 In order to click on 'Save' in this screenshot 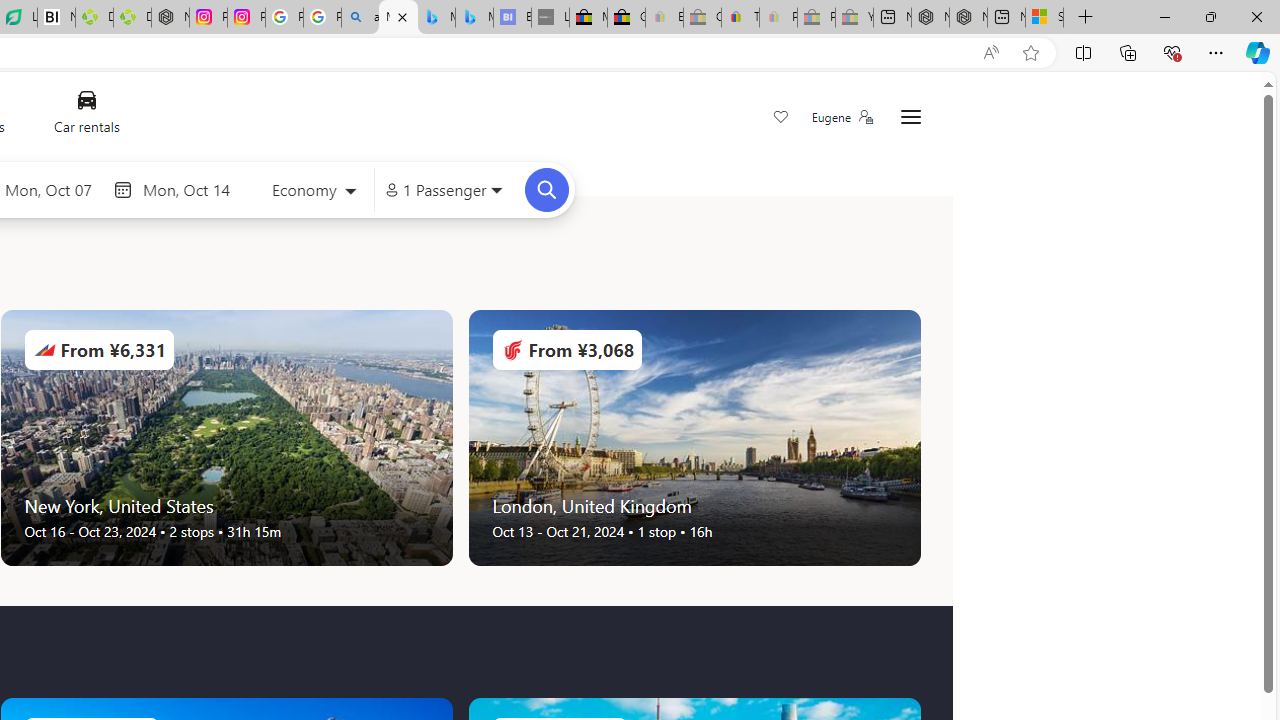, I will do `click(779, 118)`.